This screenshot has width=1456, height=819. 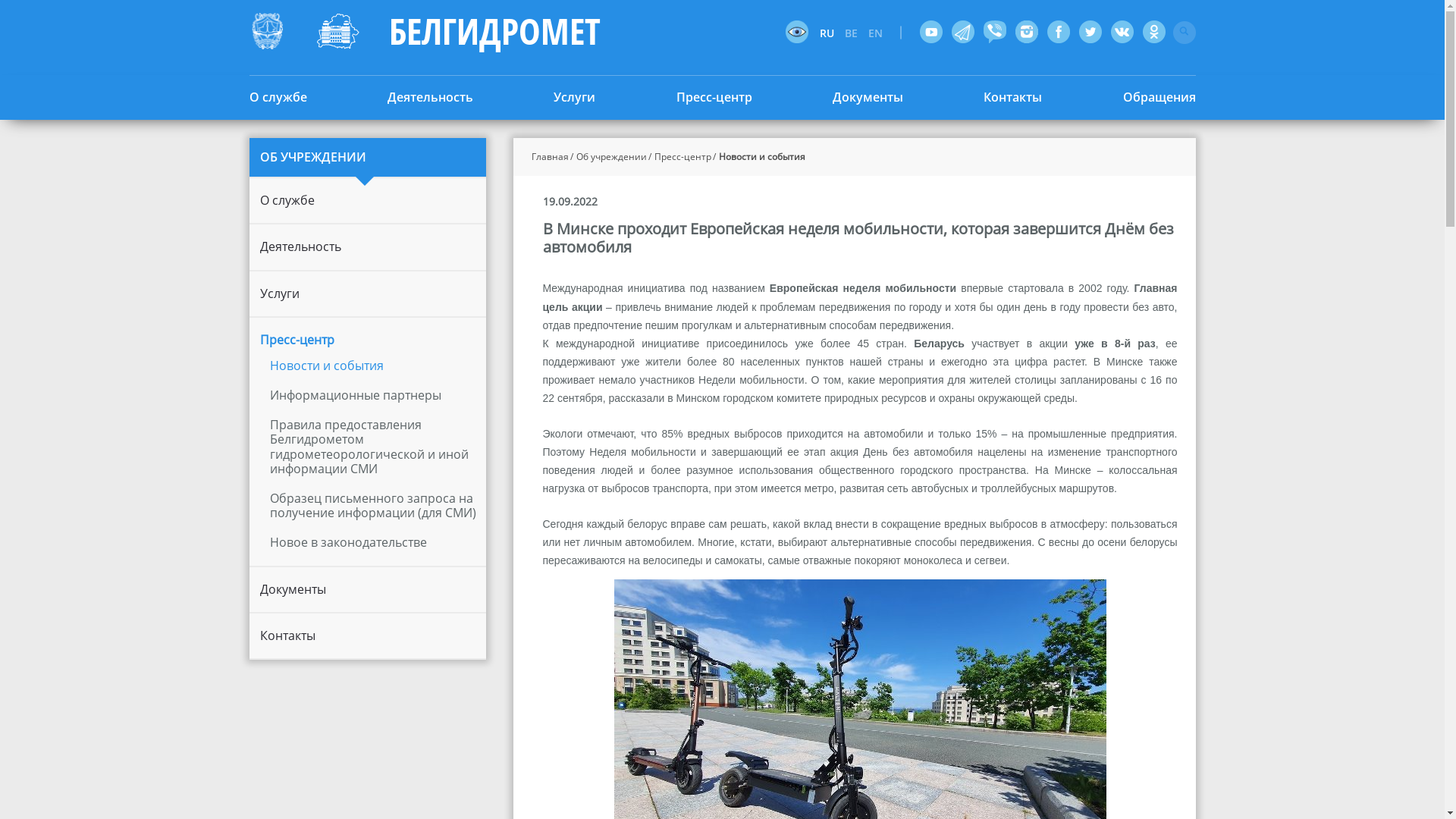 What do you see at coordinates (1121, 32) in the screenshot?
I see `'vkontakte'` at bounding box center [1121, 32].